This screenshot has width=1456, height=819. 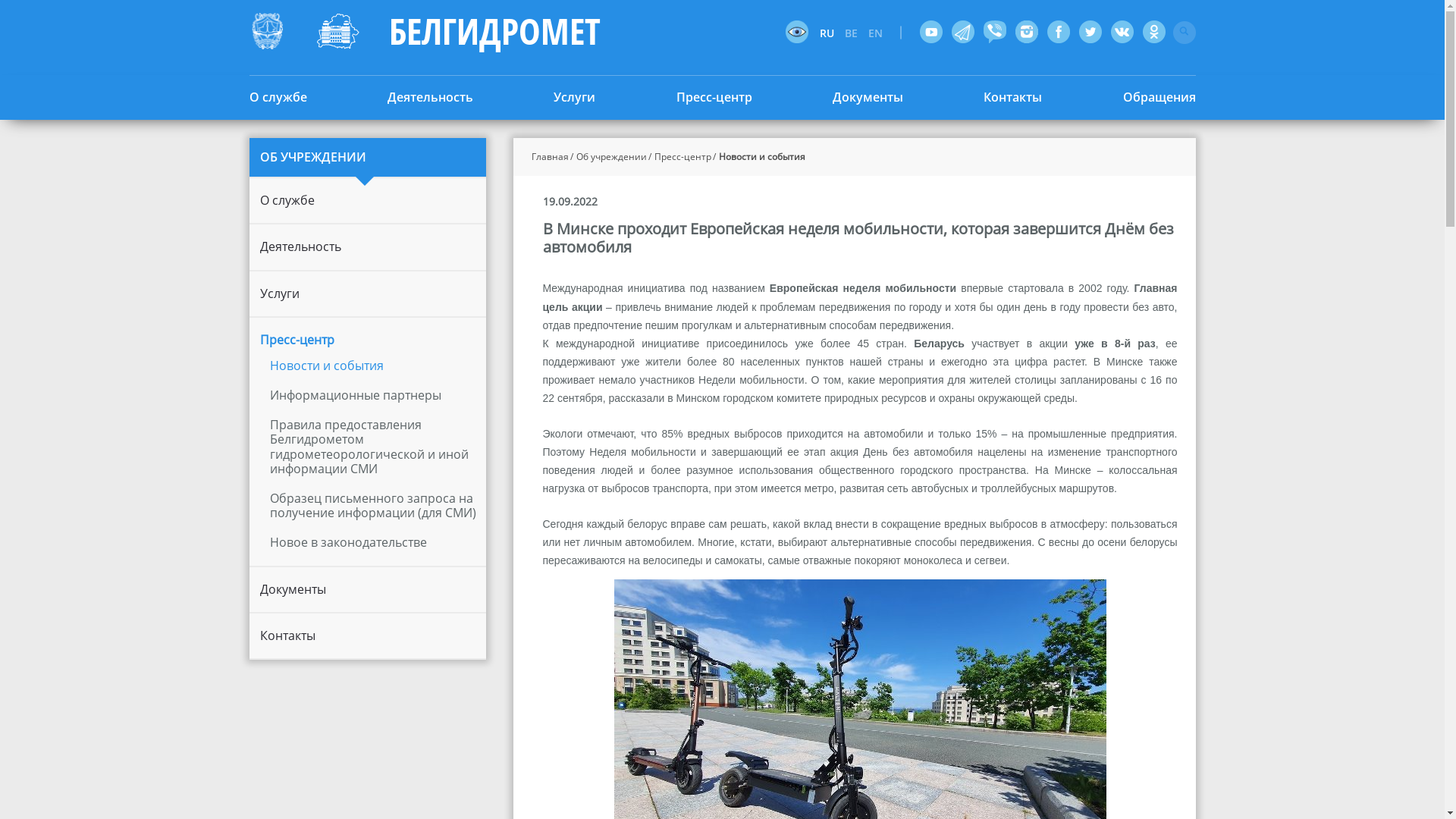 What do you see at coordinates (1121, 32) in the screenshot?
I see `'vkontakte'` at bounding box center [1121, 32].